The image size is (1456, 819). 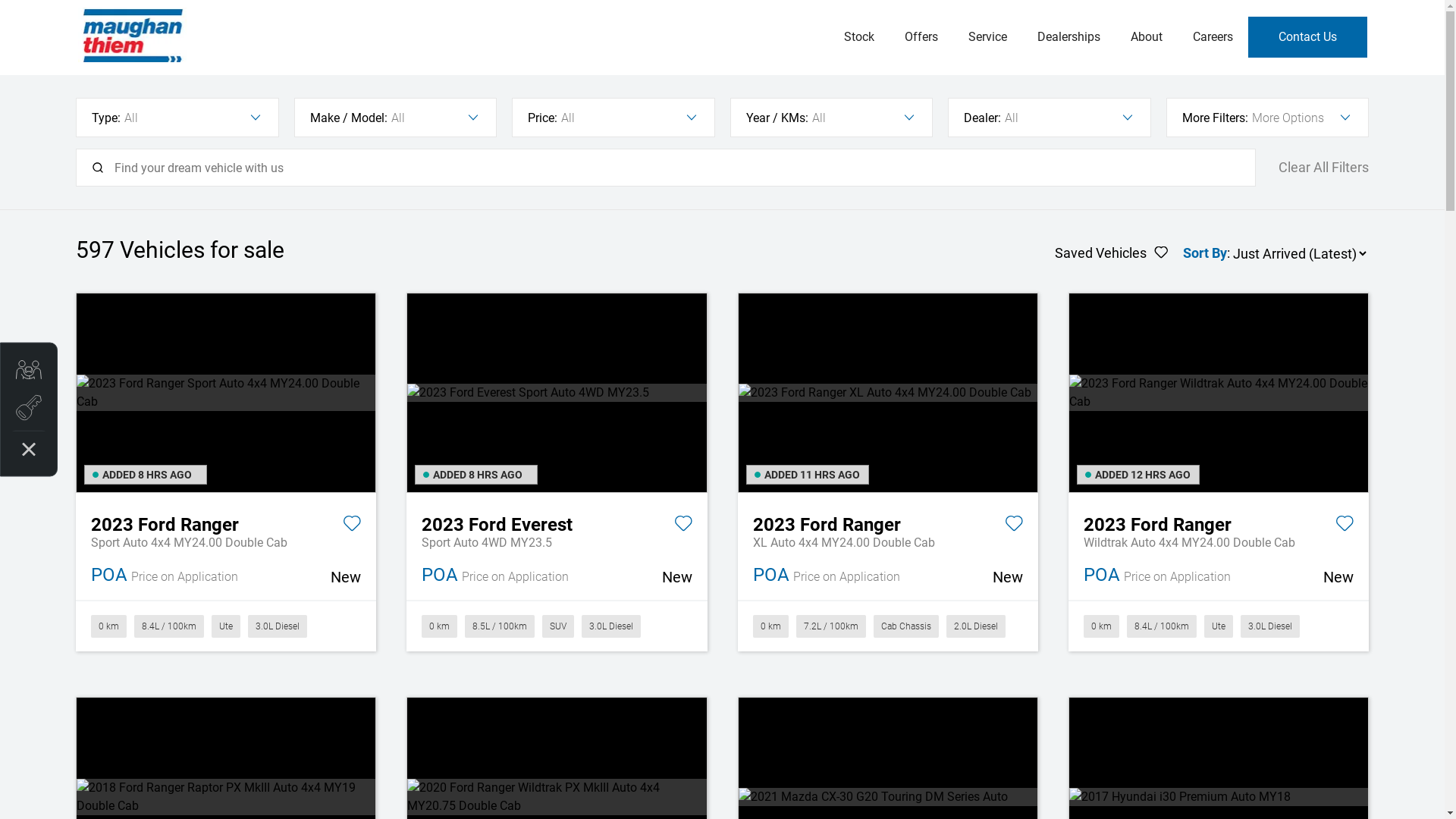 I want to click on '2023 Ford Ranger, so click(x=887, y=522).